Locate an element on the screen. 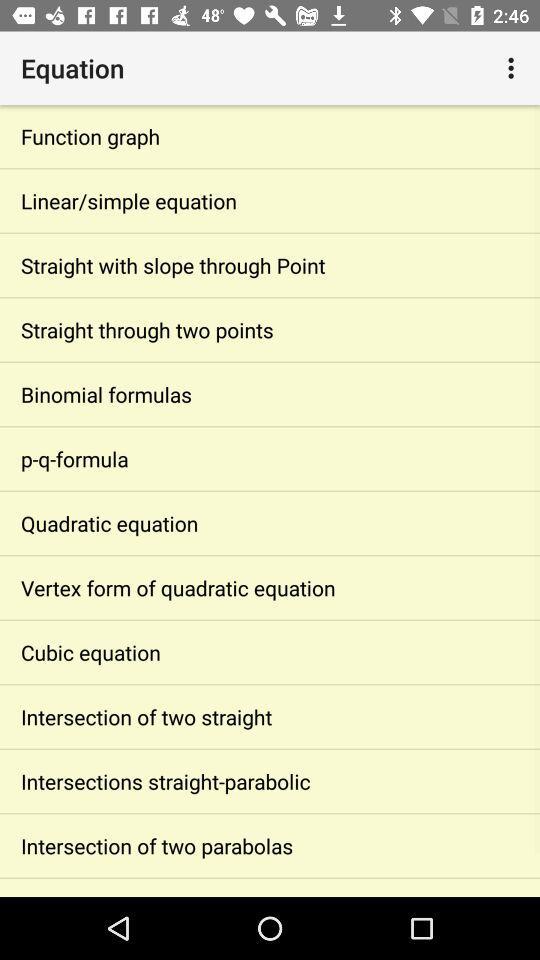 This screenshot has height=960, width=540. the item below quadratic equation item is located at coordinates (270, 588).